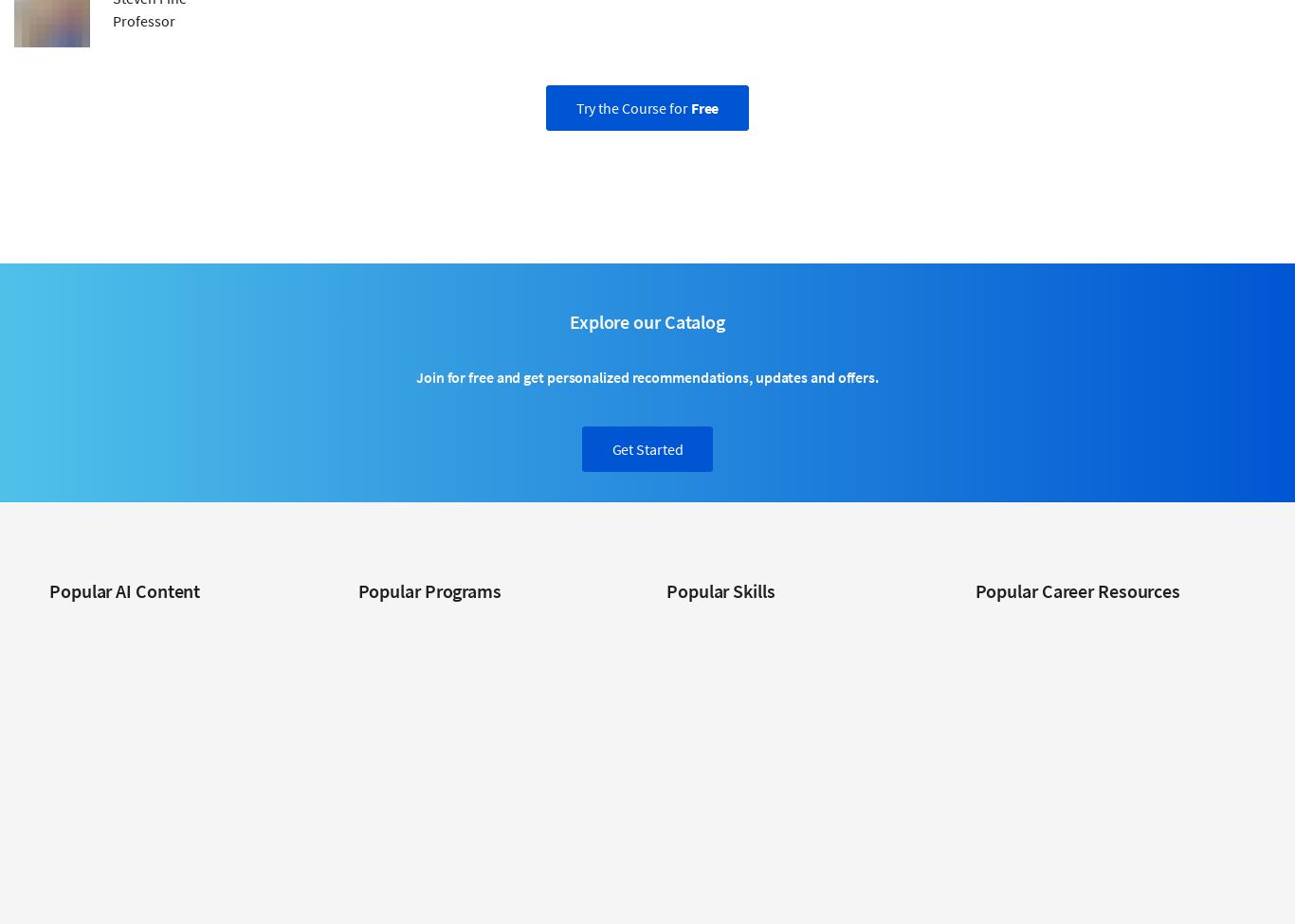  Describe the element at coordinates (356, 813) in the screenshot. I see `'Google IT Support Professional Certificate'` at that location.